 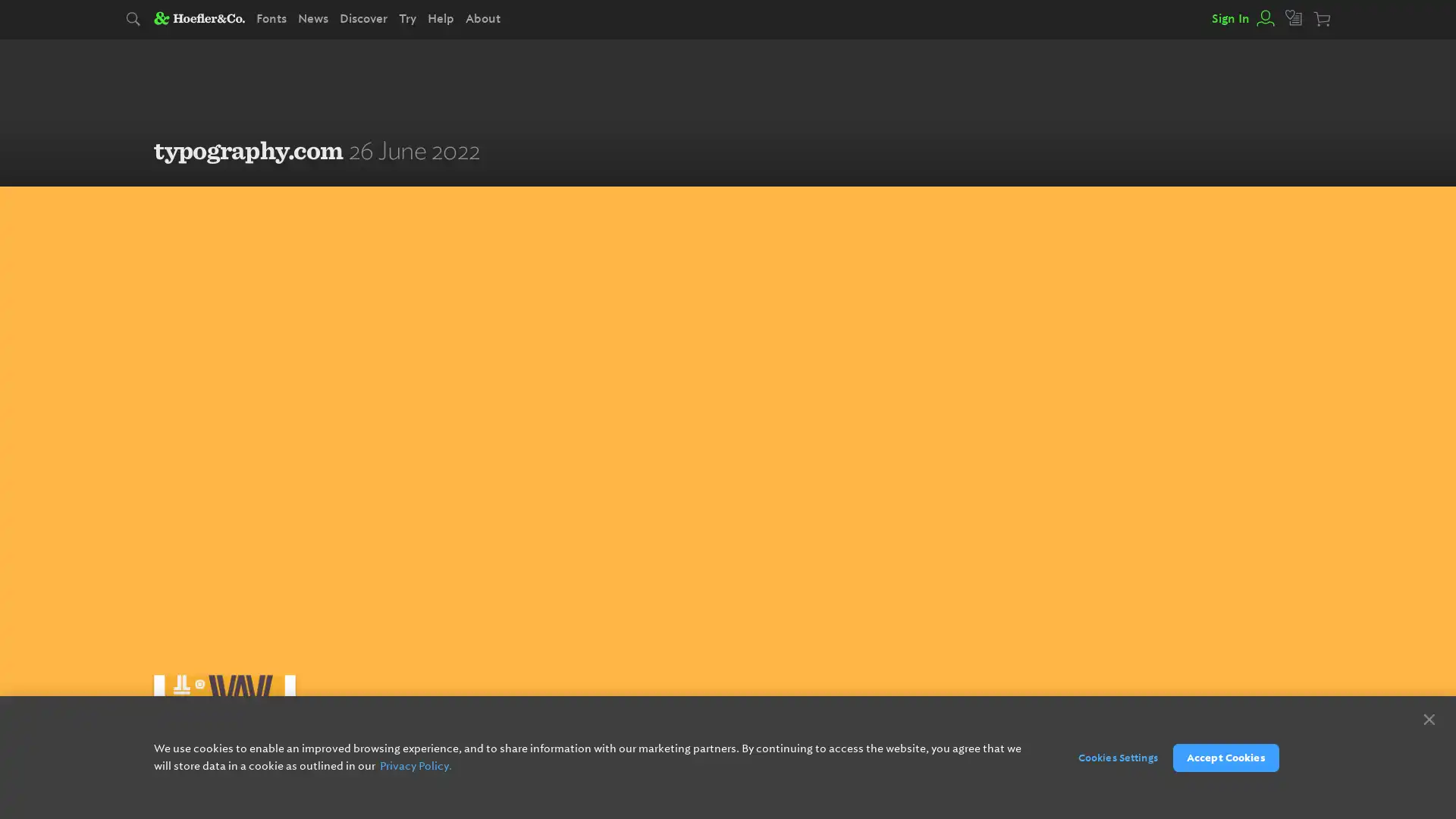 What do you see at coordinates (134, 20) in the screenshot?
I see `Search typography.com` at bounding box center [134, 20].